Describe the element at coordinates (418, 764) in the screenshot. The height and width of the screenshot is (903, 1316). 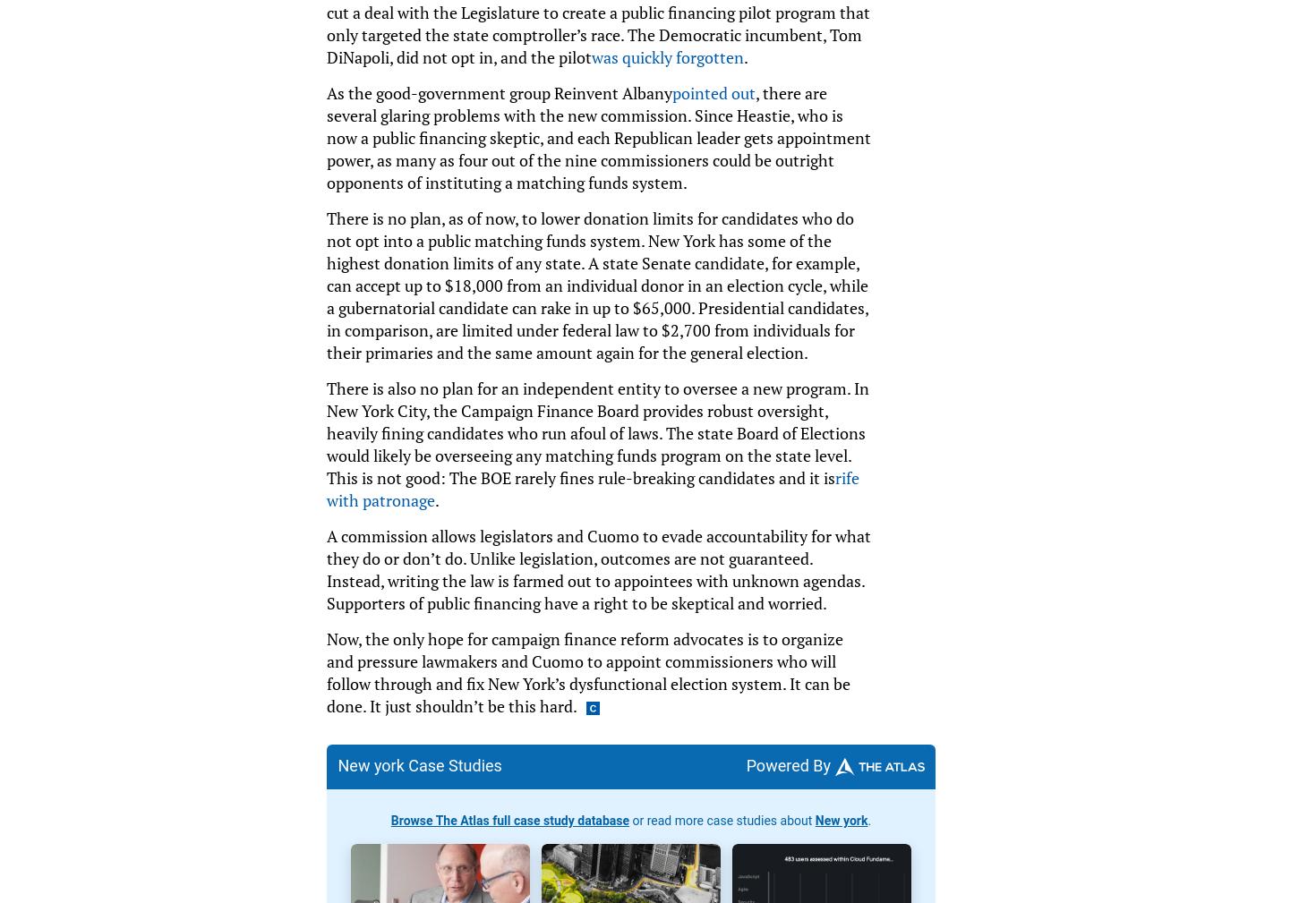
I see `'New york Case Studies'` at that location.